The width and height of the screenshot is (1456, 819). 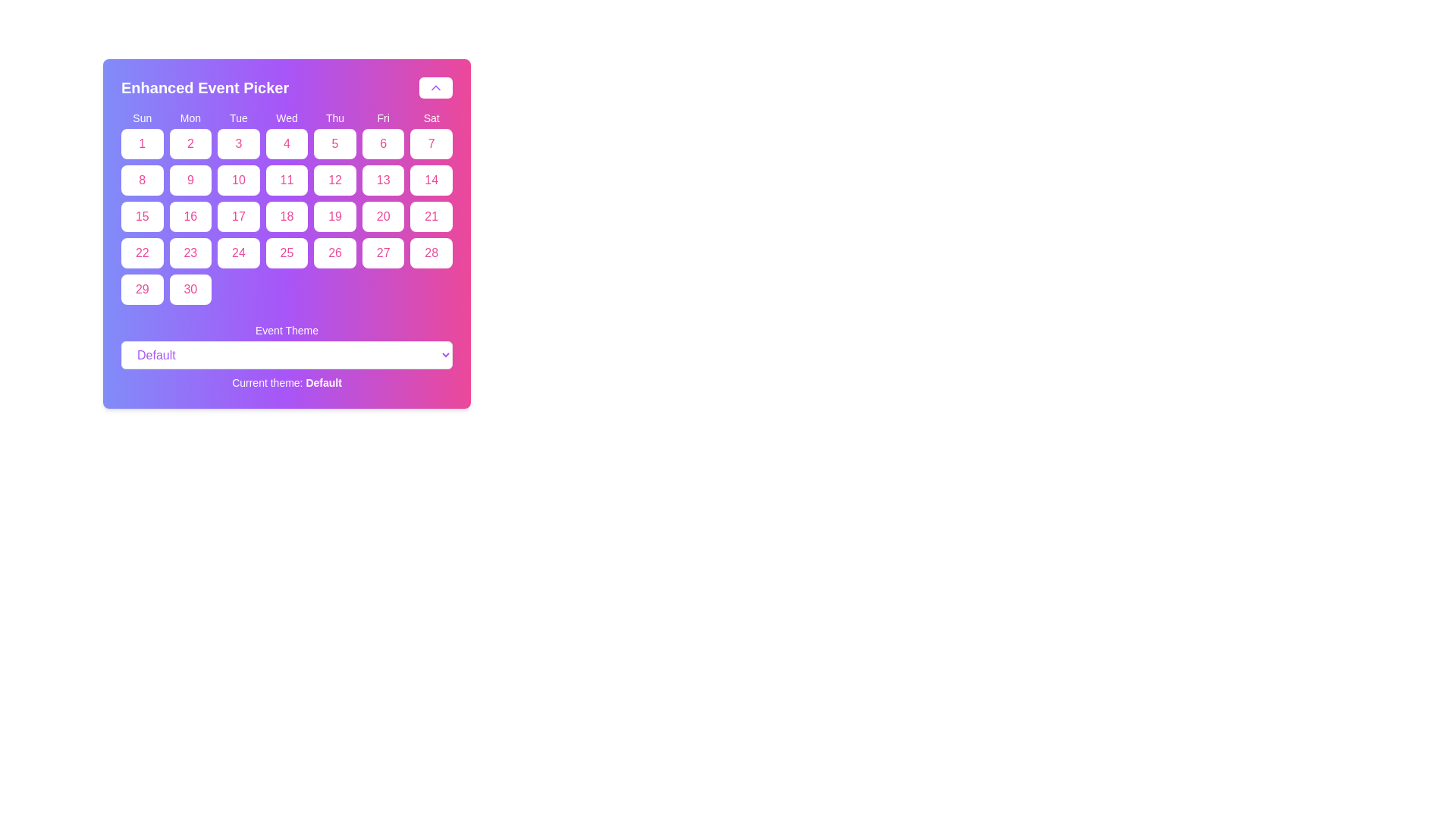 What do you see at coordinates (287, 355) in the screenshot?
I see `the Dropdown menu labeled 'Event Theme'` at bounding box center [287, 355].